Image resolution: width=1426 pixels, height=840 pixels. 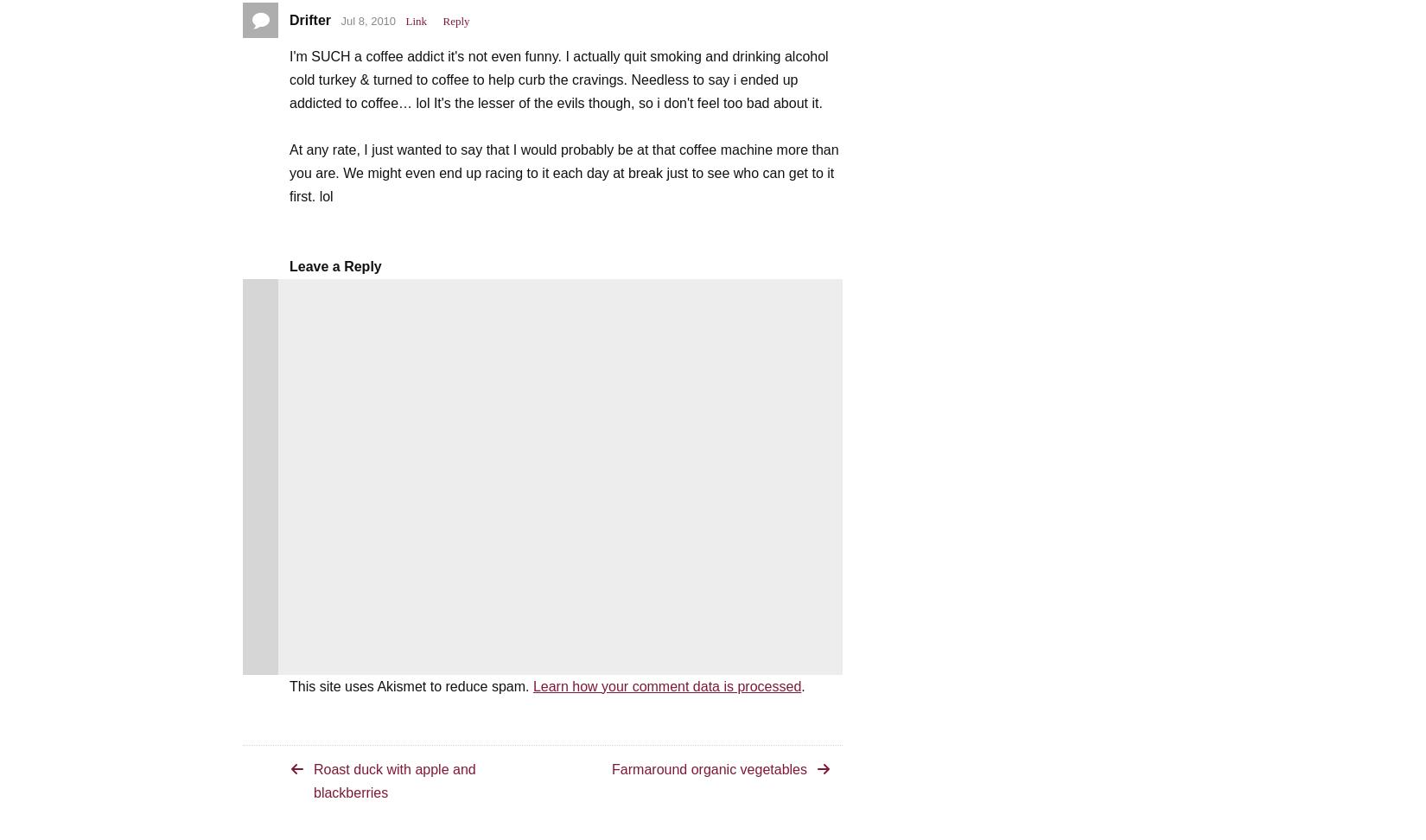 I want to click on 'At any rate, I just wanted to say that I would probably be at that coffee machine more than you are. We might even end up racing to it each day at break just to see who can get to it first. lol', so click(x=563, y=171).